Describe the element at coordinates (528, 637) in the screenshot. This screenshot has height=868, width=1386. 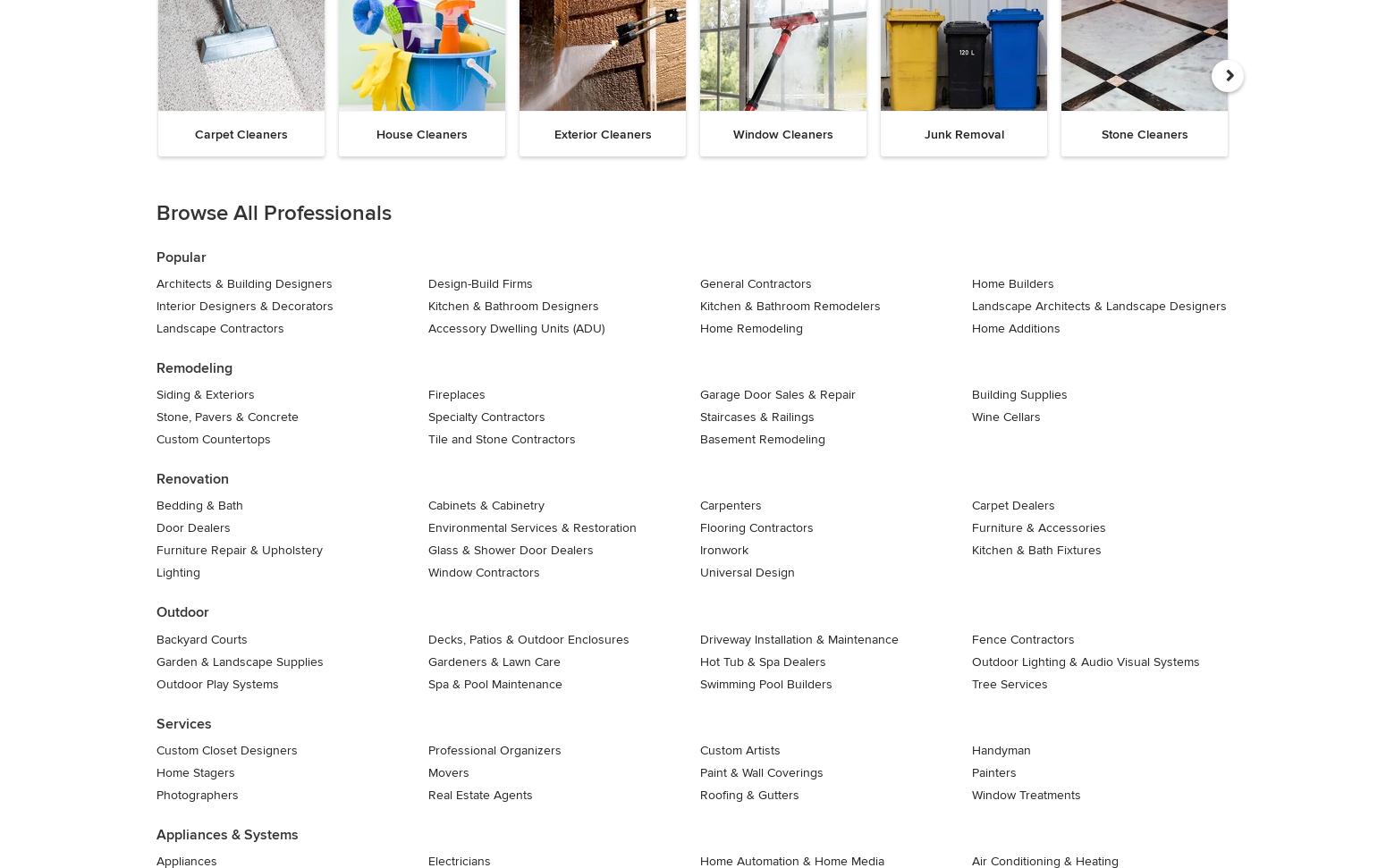
I see `'Decks, Patios & Outdoor Enclosures'` at that location.